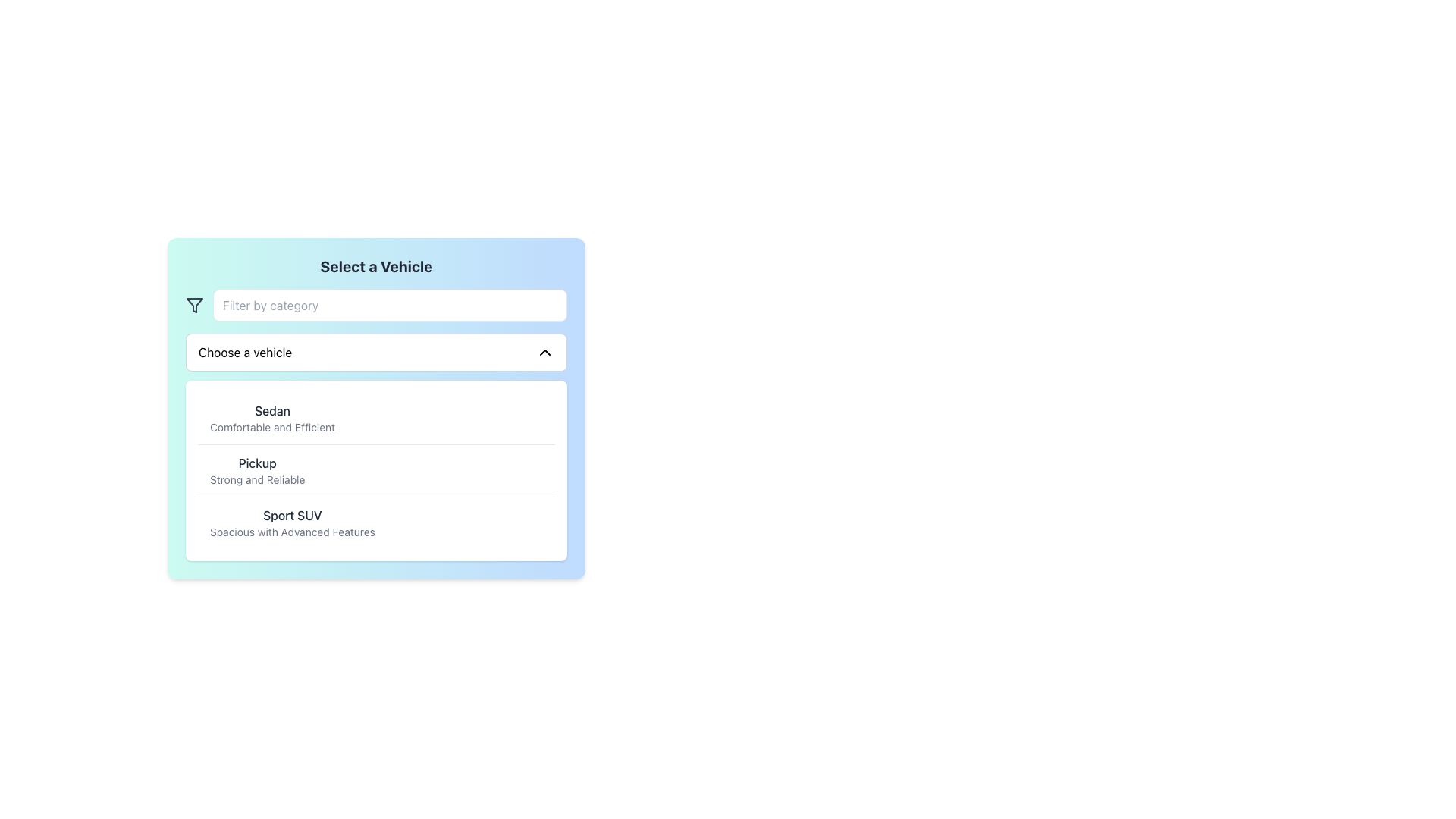 The height and width of the screenshot is (819, 1456). Describe the element at coordinates (376, 470) in the screenshot. I see `the List item displaying 'Pickup' with the description 'Strong and Reliable'` at that location.